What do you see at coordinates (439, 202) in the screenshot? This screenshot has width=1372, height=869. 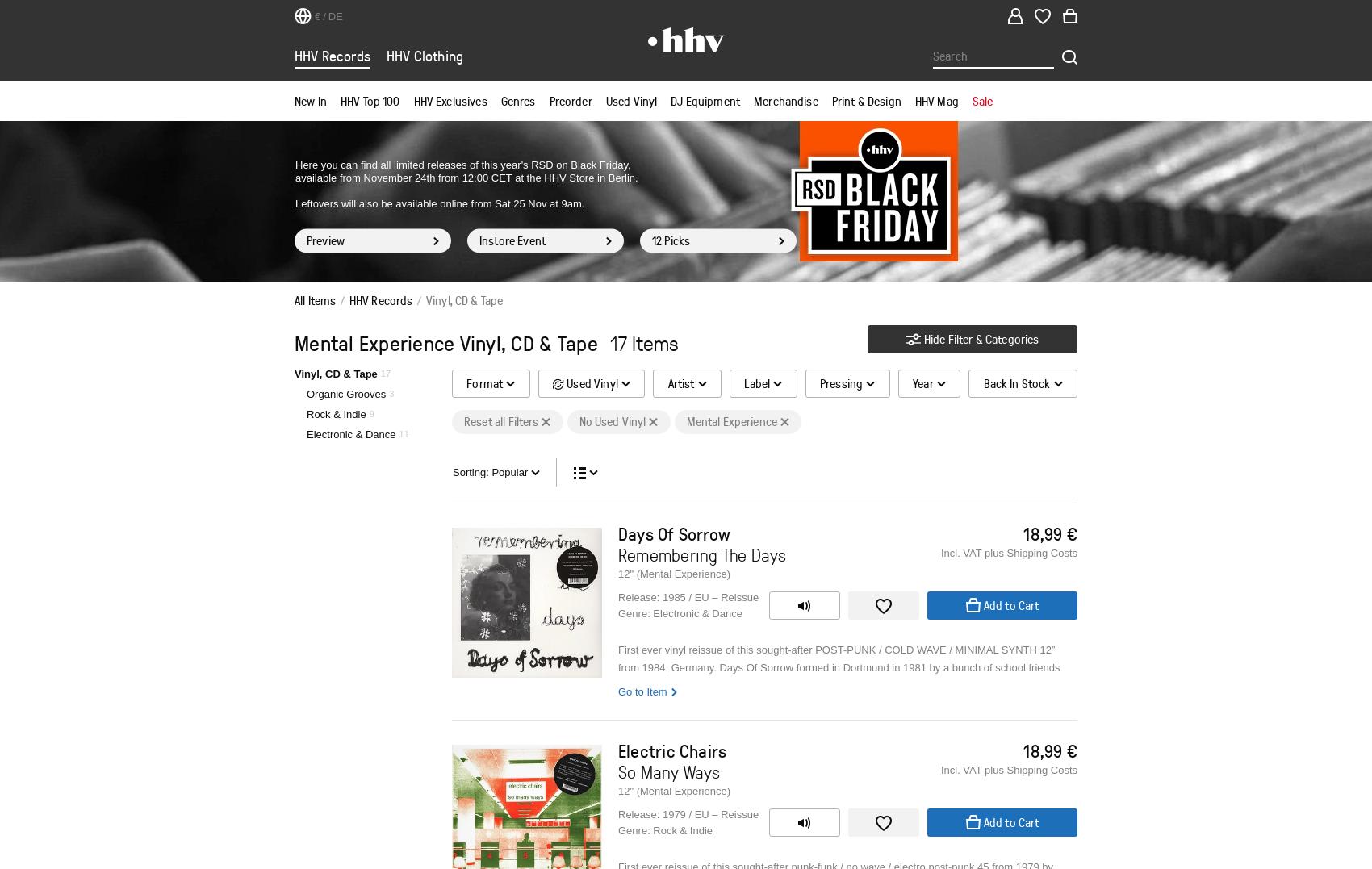 I see `'Leftovers will also be available online from Sat 25 Nov at 9am.'` at bounding box center [439, 202].